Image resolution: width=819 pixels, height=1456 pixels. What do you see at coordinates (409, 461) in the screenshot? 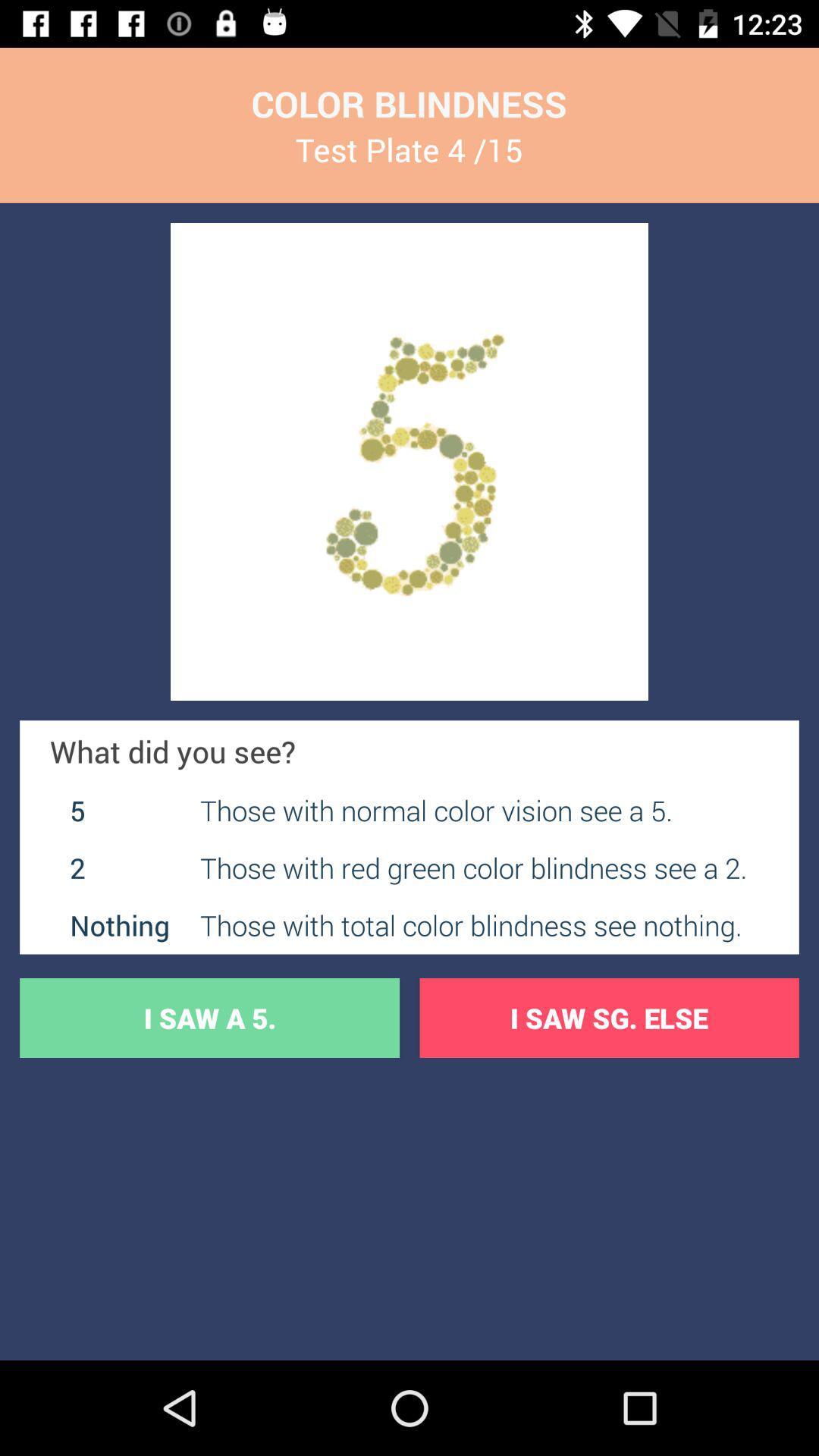
I see `the app above the what did you app` at bounding box center [409, 461].